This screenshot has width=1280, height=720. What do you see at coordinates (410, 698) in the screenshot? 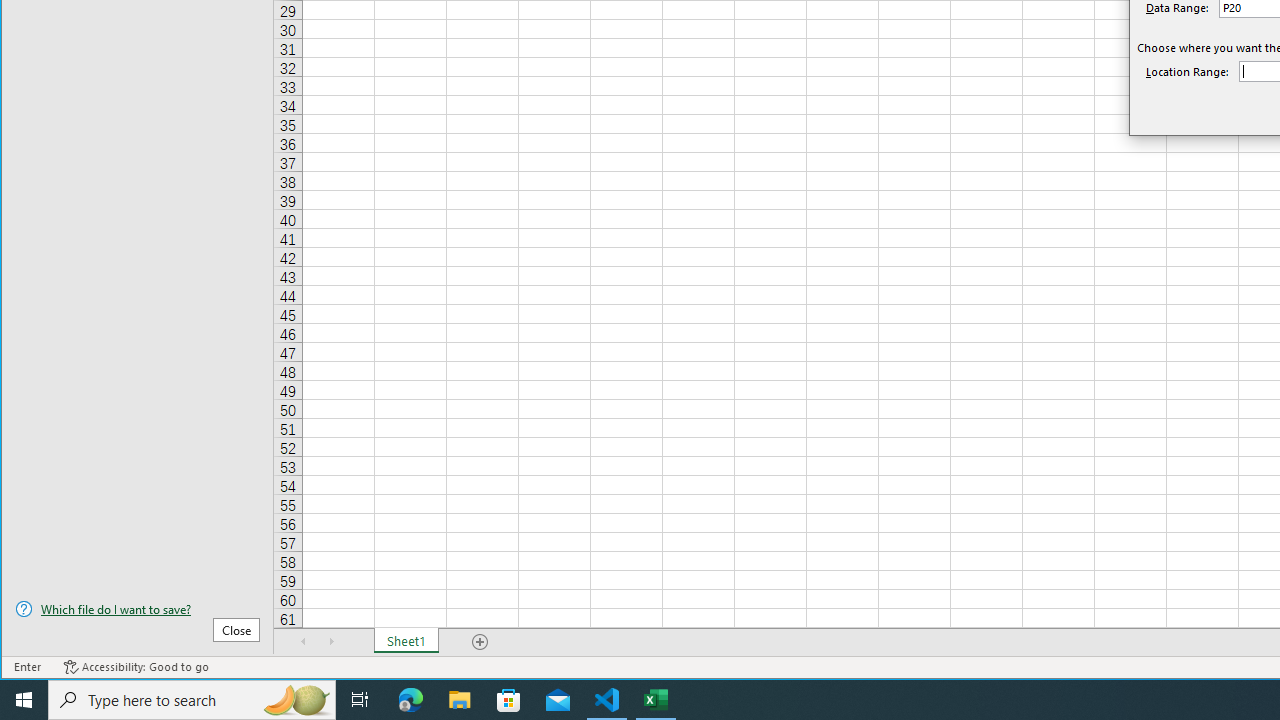
I see `'Microsoft Edge'` at bounding box center [410, 698].